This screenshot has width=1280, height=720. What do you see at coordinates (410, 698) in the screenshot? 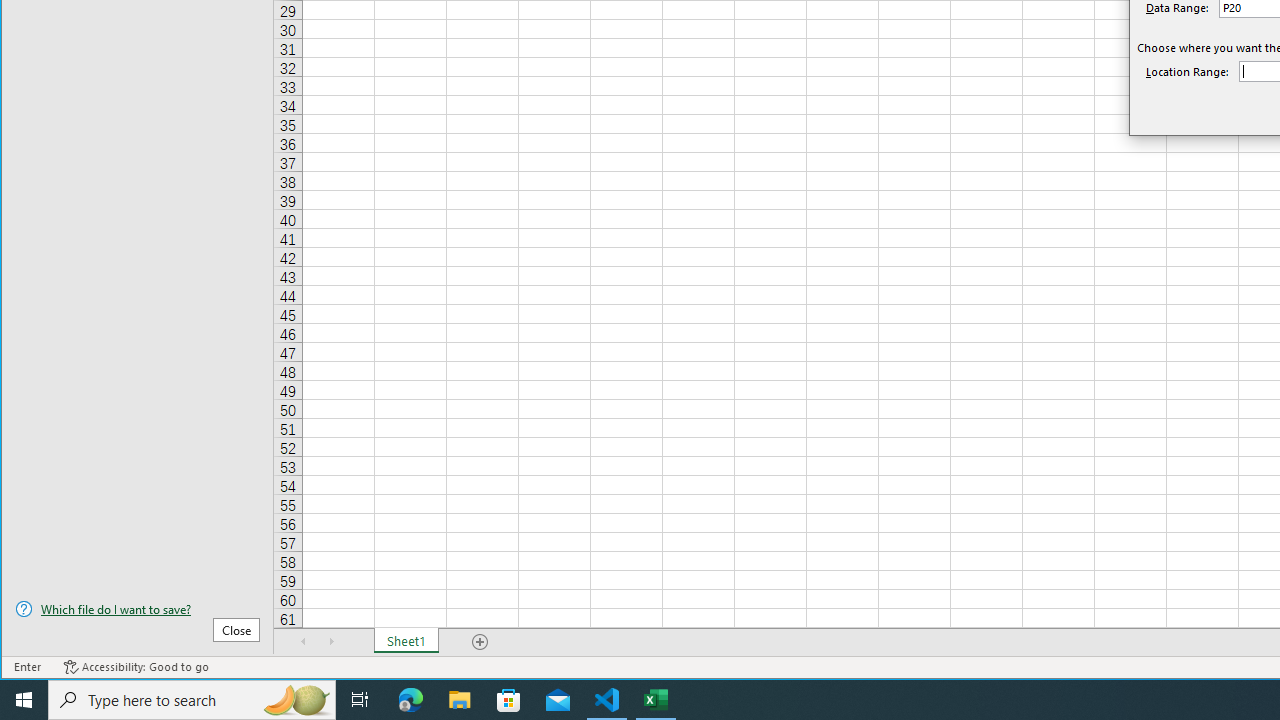
I see `'Microsoft Edge'` at bounding box center [410, 698].